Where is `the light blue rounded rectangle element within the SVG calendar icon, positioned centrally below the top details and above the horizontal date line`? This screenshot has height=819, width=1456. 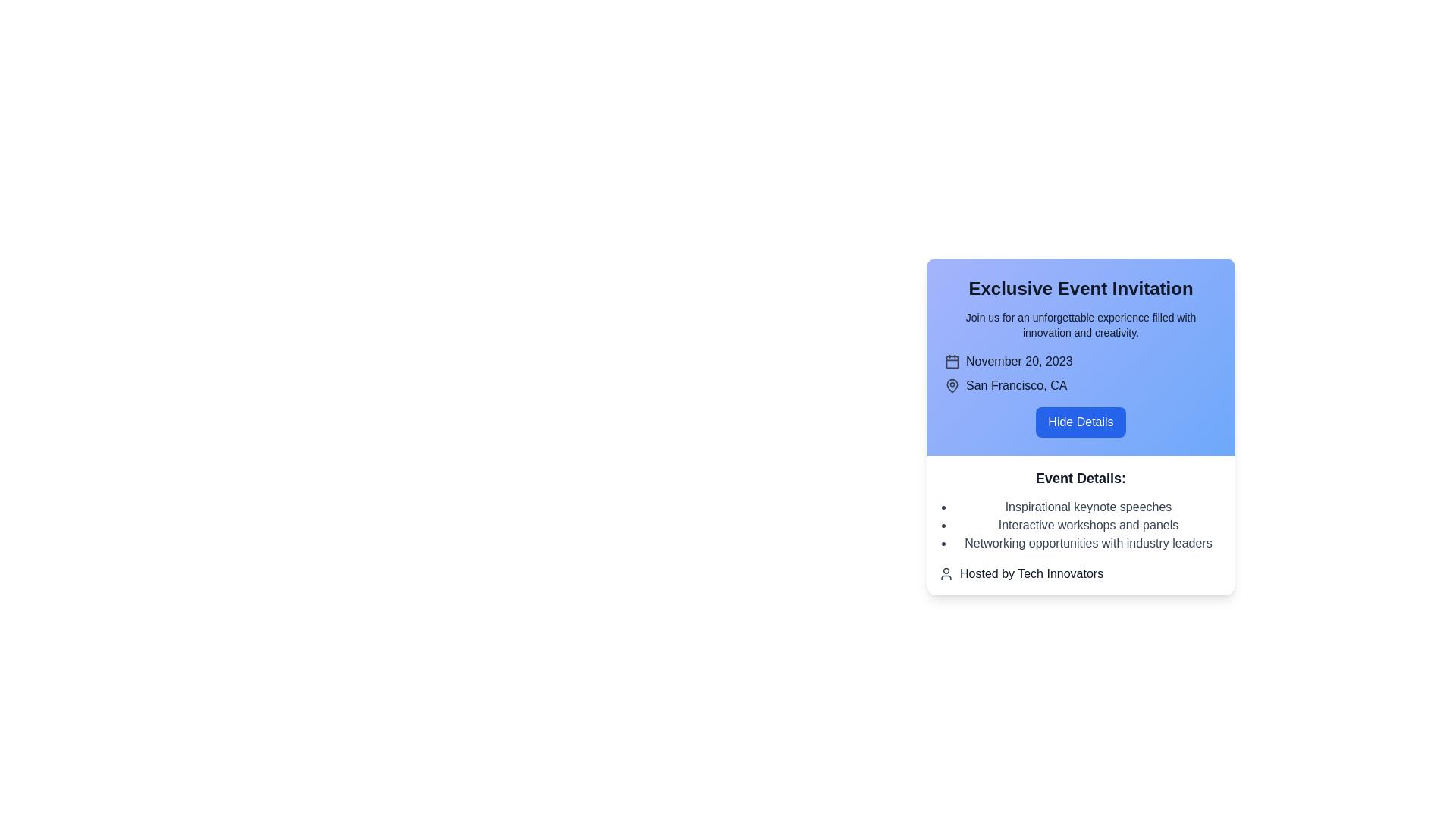 the light blue rounded rectangle element within the SVG calendar icon, positioned centrally below the top details and above the horizontal date line is located at coordinates (952, 362).